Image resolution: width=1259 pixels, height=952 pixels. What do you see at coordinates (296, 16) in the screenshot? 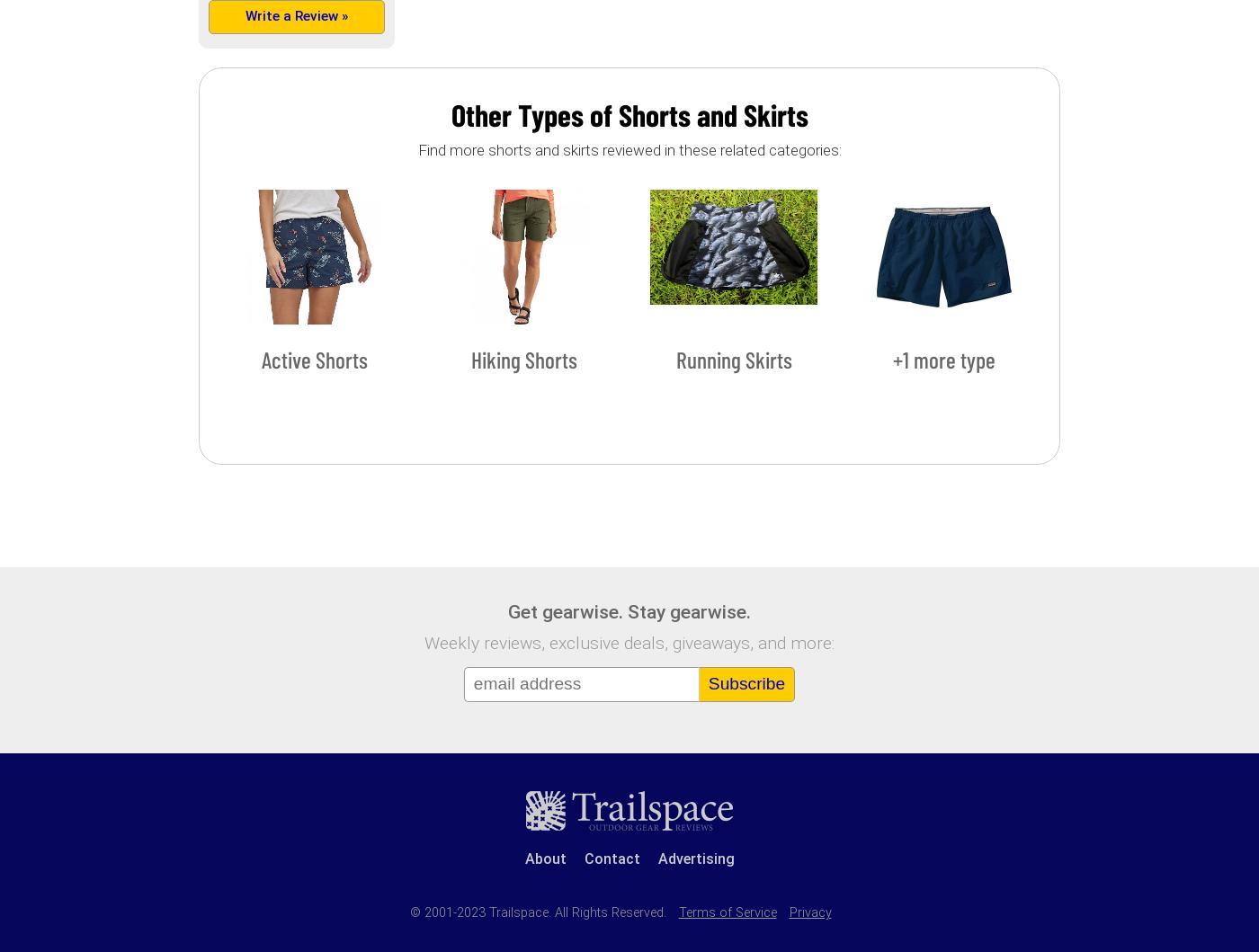
I see `'Write a Review »'` at bounding box center [296, 16].